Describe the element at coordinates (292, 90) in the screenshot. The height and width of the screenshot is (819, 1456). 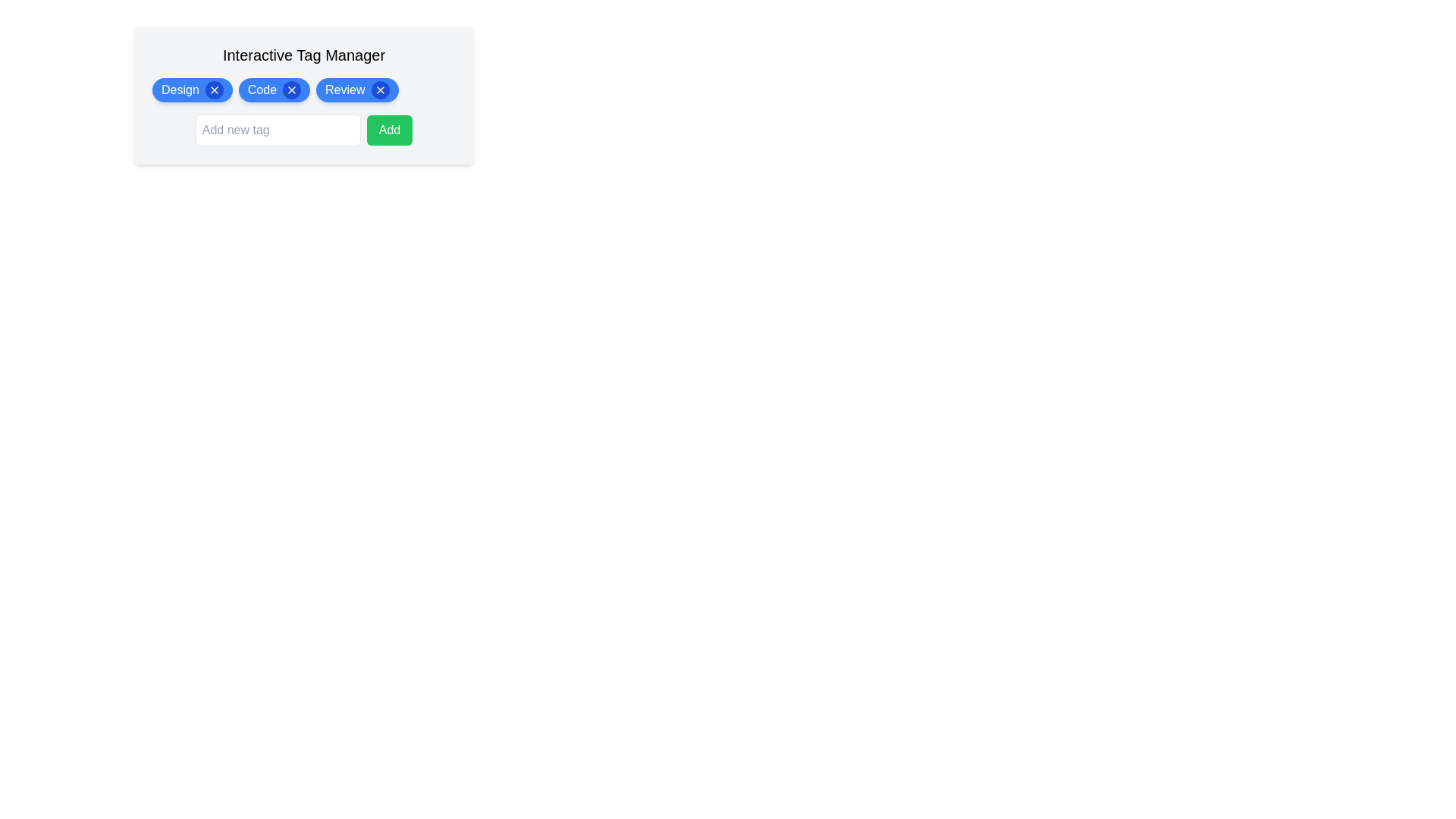
I see `the circular blue button with an 'X' icon located to the right of the 'Code' label, within the 'Code' tag` at that location.